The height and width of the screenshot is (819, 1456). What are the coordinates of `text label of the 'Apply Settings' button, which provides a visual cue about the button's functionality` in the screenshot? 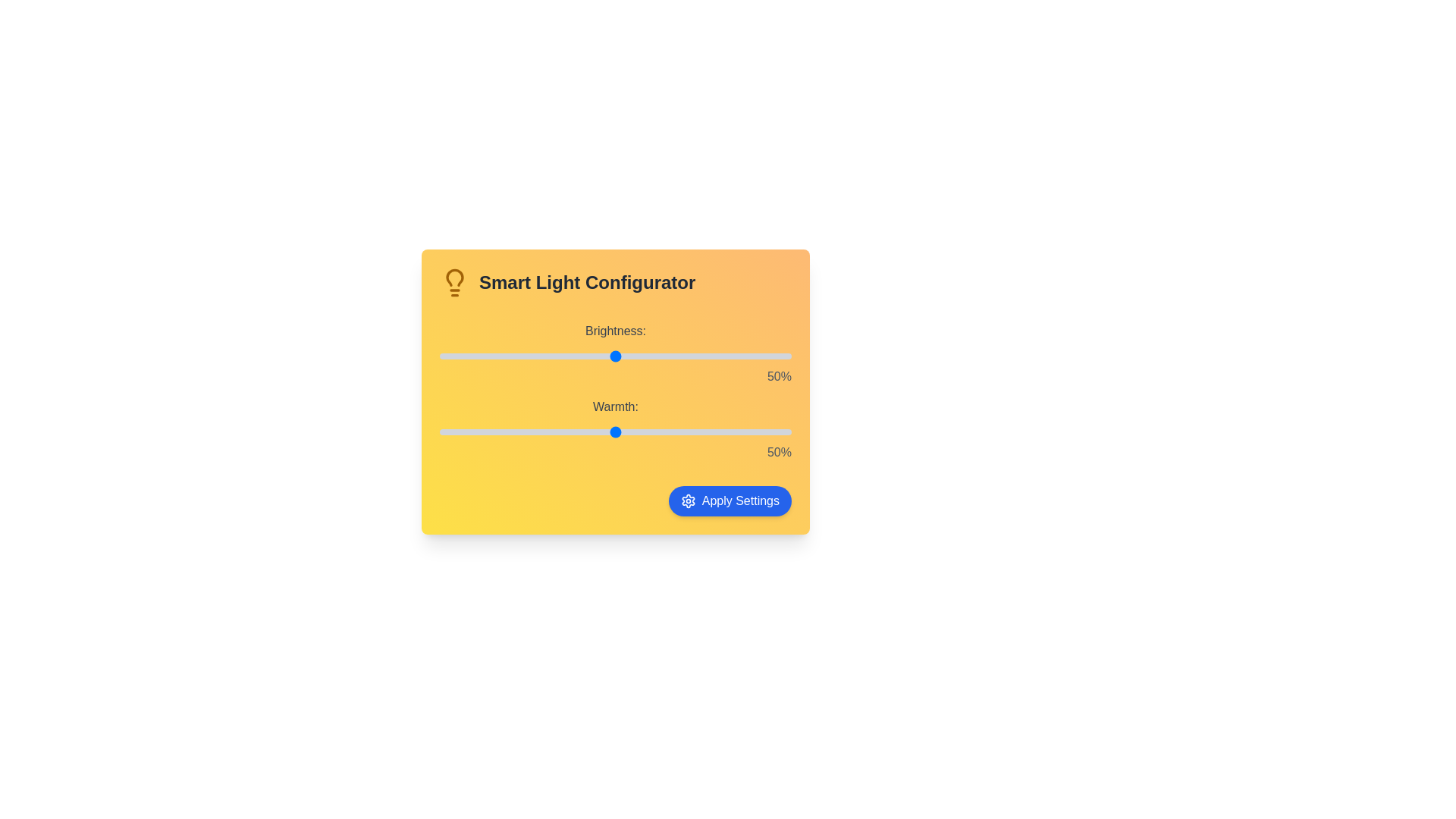 It's located at (740, 500).